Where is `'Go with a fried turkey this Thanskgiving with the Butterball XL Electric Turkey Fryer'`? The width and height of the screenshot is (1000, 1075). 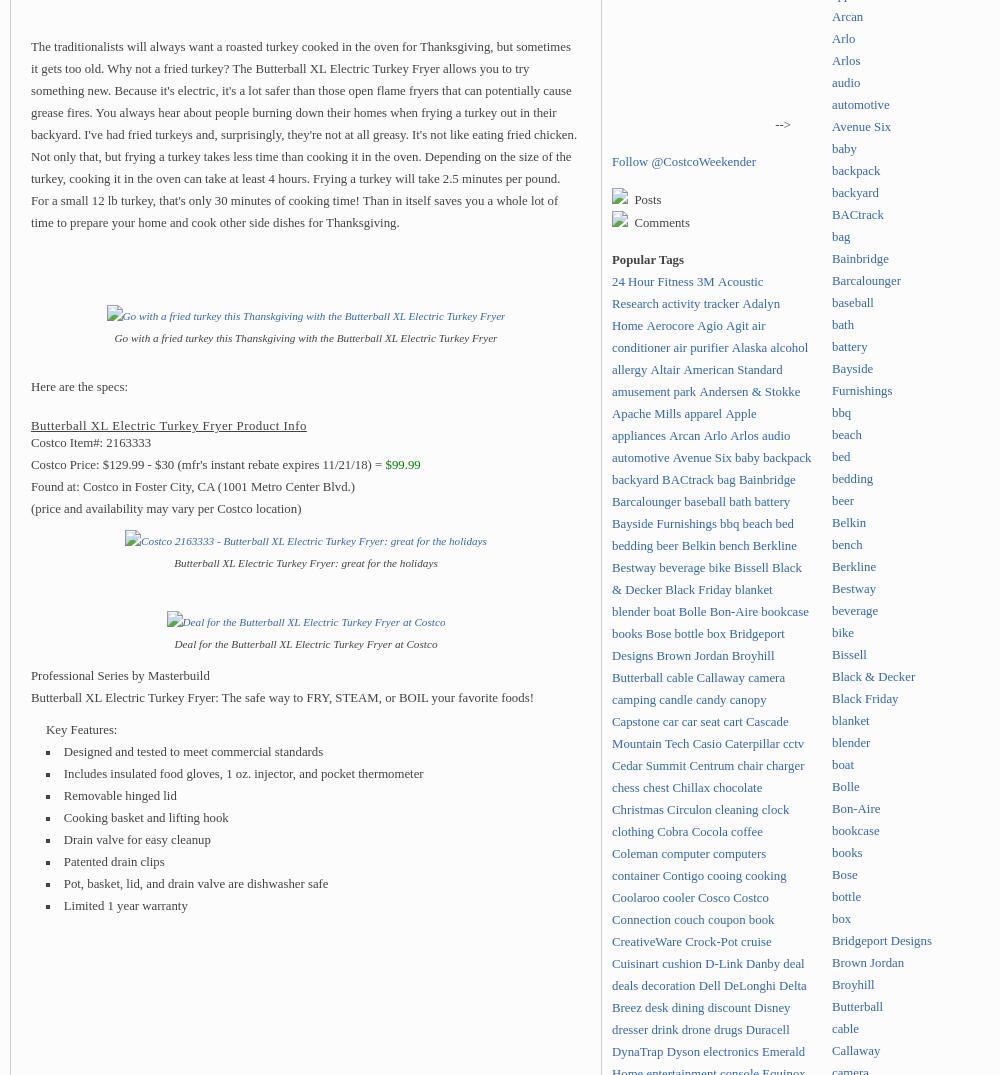 'Go with a fried turkey this Thanskgiving with the Butterball XL Electric Turkey Fryer' is located at coordinates (305, 336).